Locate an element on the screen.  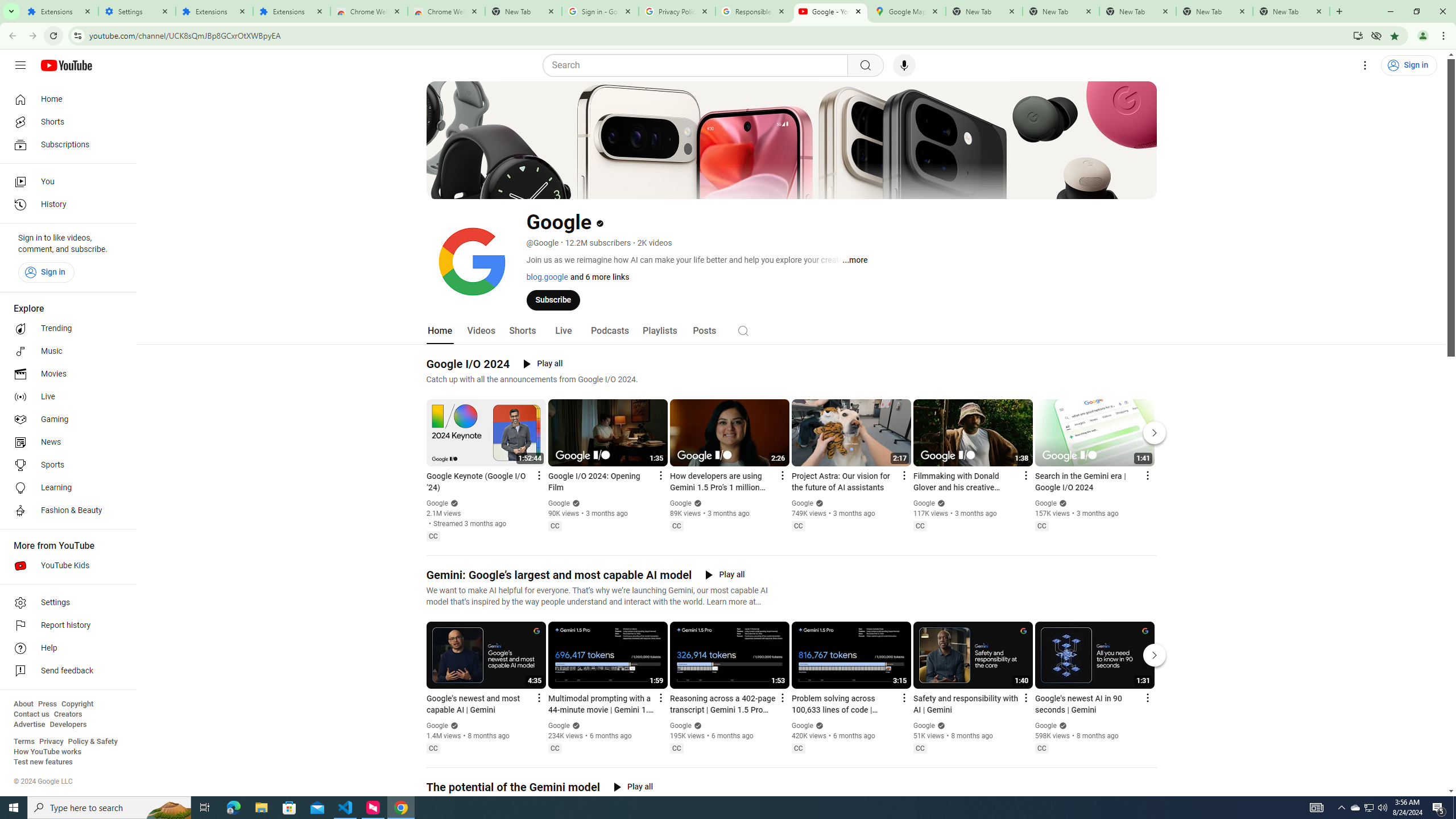
'Google I/O 2024' is located at coordinates (468, 363).